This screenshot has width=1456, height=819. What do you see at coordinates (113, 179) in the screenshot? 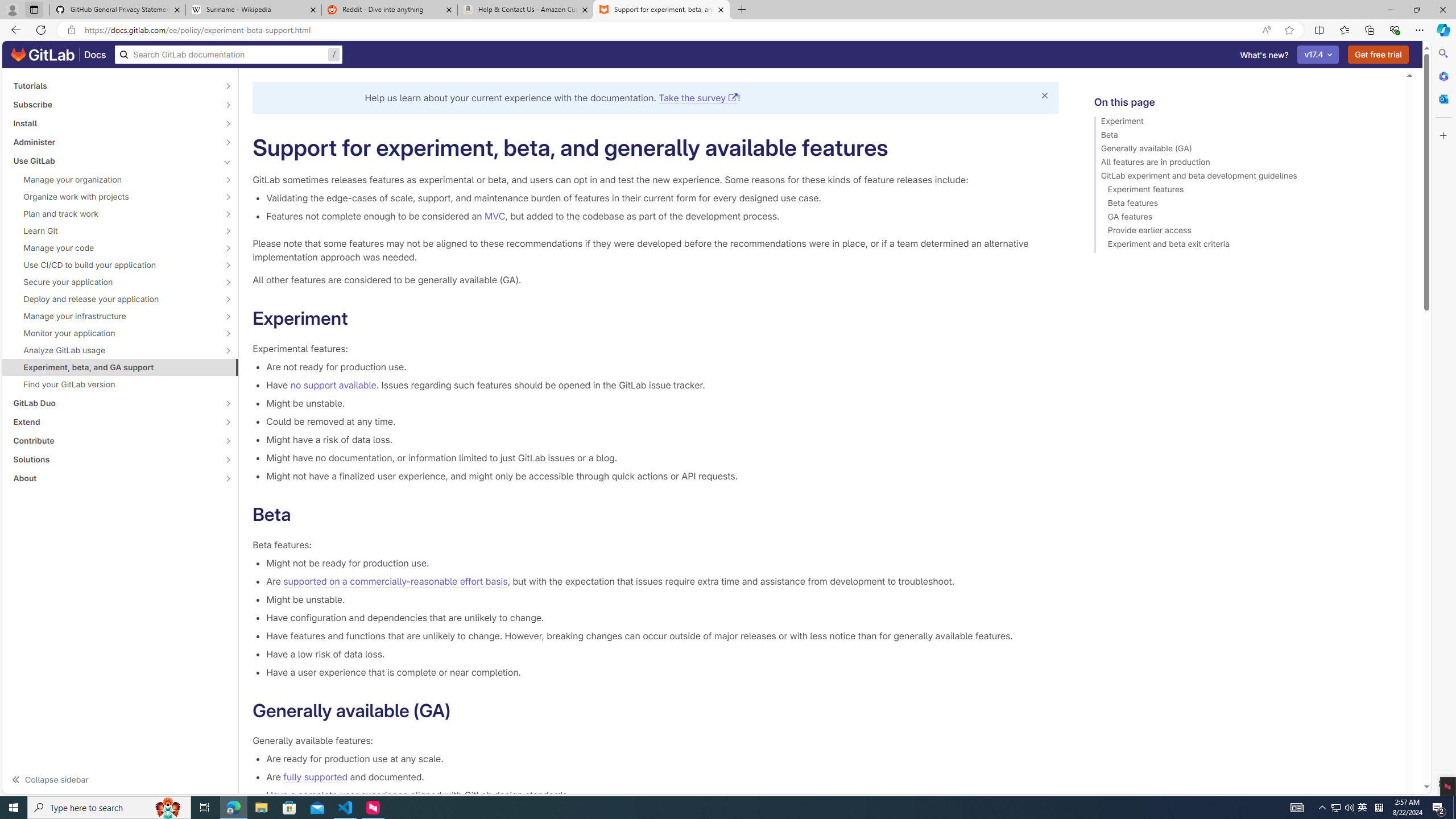
I see `'Manage your organization'` at bounding box center [113, 179].